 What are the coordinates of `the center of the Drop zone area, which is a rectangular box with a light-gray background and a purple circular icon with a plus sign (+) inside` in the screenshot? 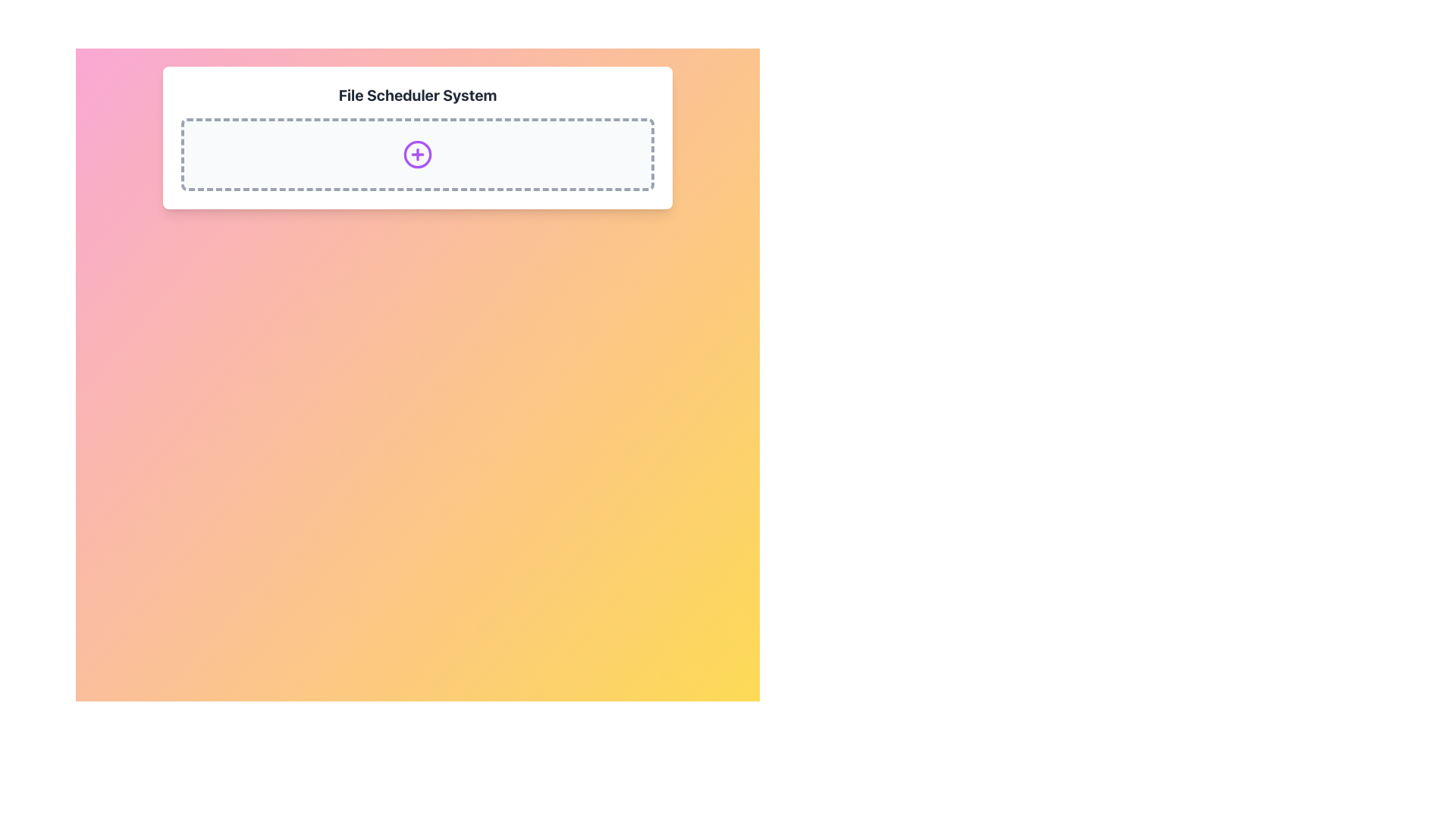 It's located at (418, 155).